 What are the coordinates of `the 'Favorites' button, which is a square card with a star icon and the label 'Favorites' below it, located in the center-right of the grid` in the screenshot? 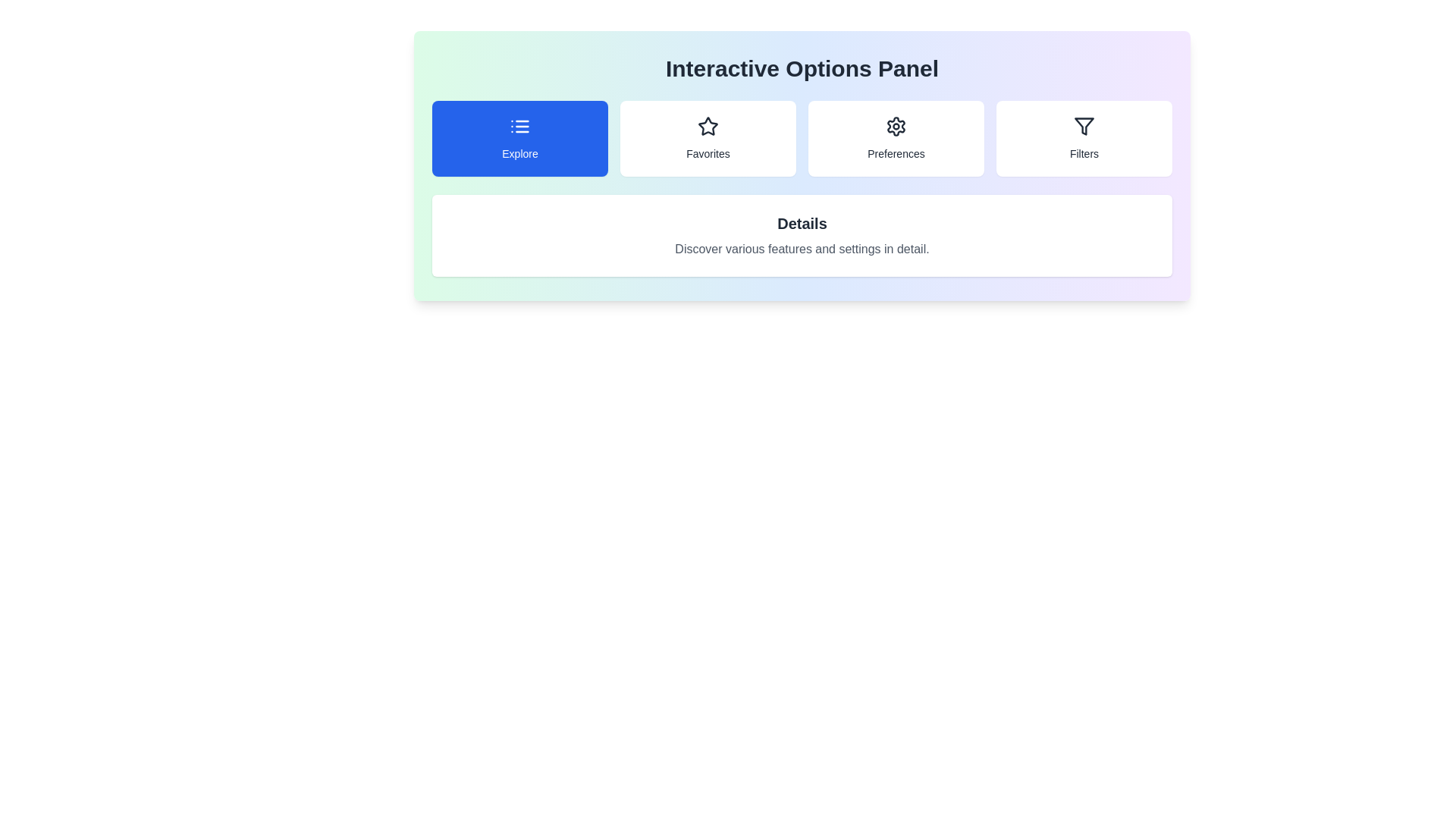 It's located at (708, 138).